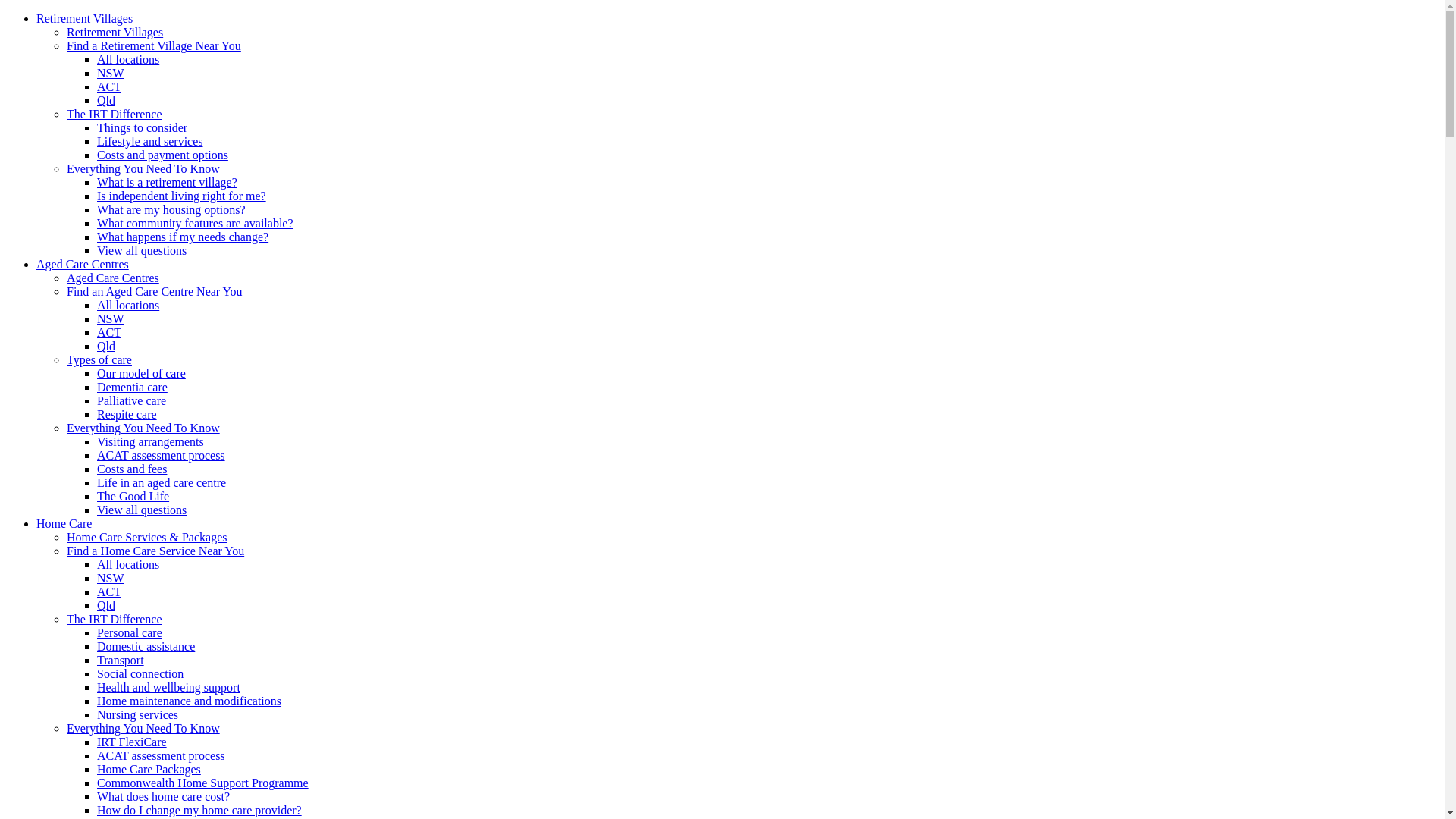 This screenshot has width=1456, height=819. Describe the element at coordinates (149, 141) in the screenshot. I see `'Lifestyle and services'` at that location.